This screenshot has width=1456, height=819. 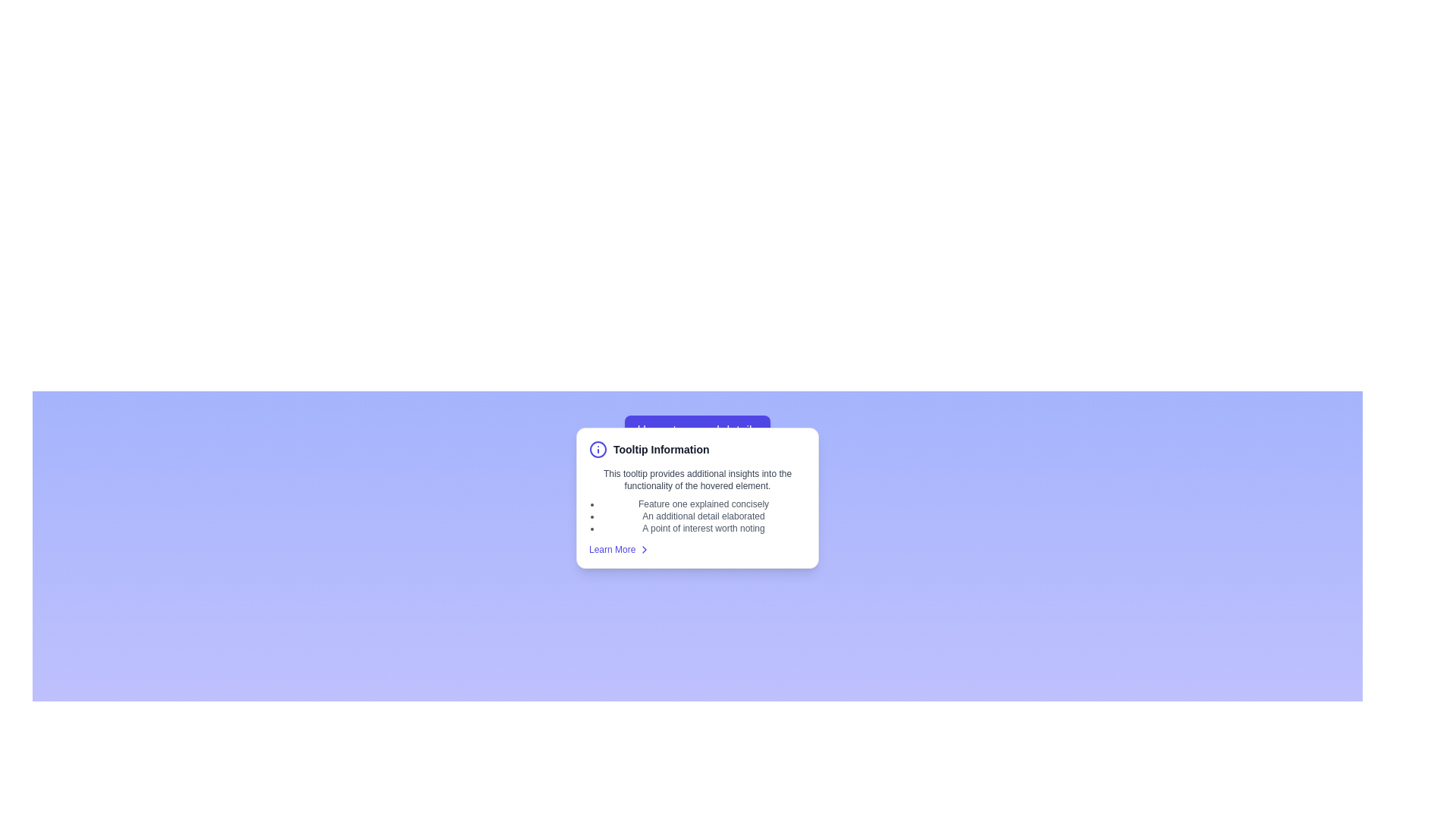 What do you see at coordinates (697, 430) in the screenshot?
I see `the button that triggers the display of contextual information, located above the tooltip box` at bounding box center [697, 430].